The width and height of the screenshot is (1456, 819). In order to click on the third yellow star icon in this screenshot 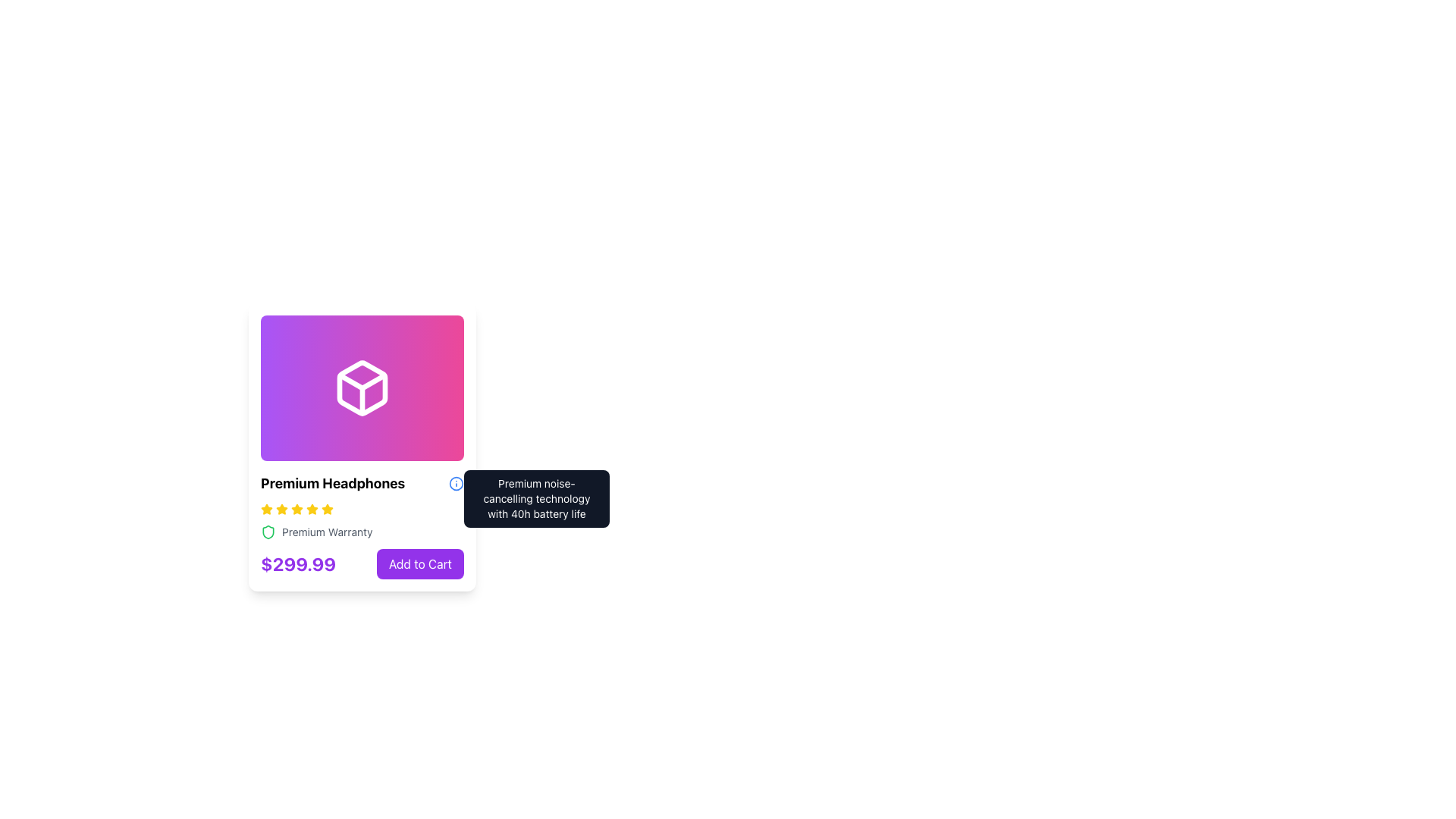, I will do `click(282, 509)`.